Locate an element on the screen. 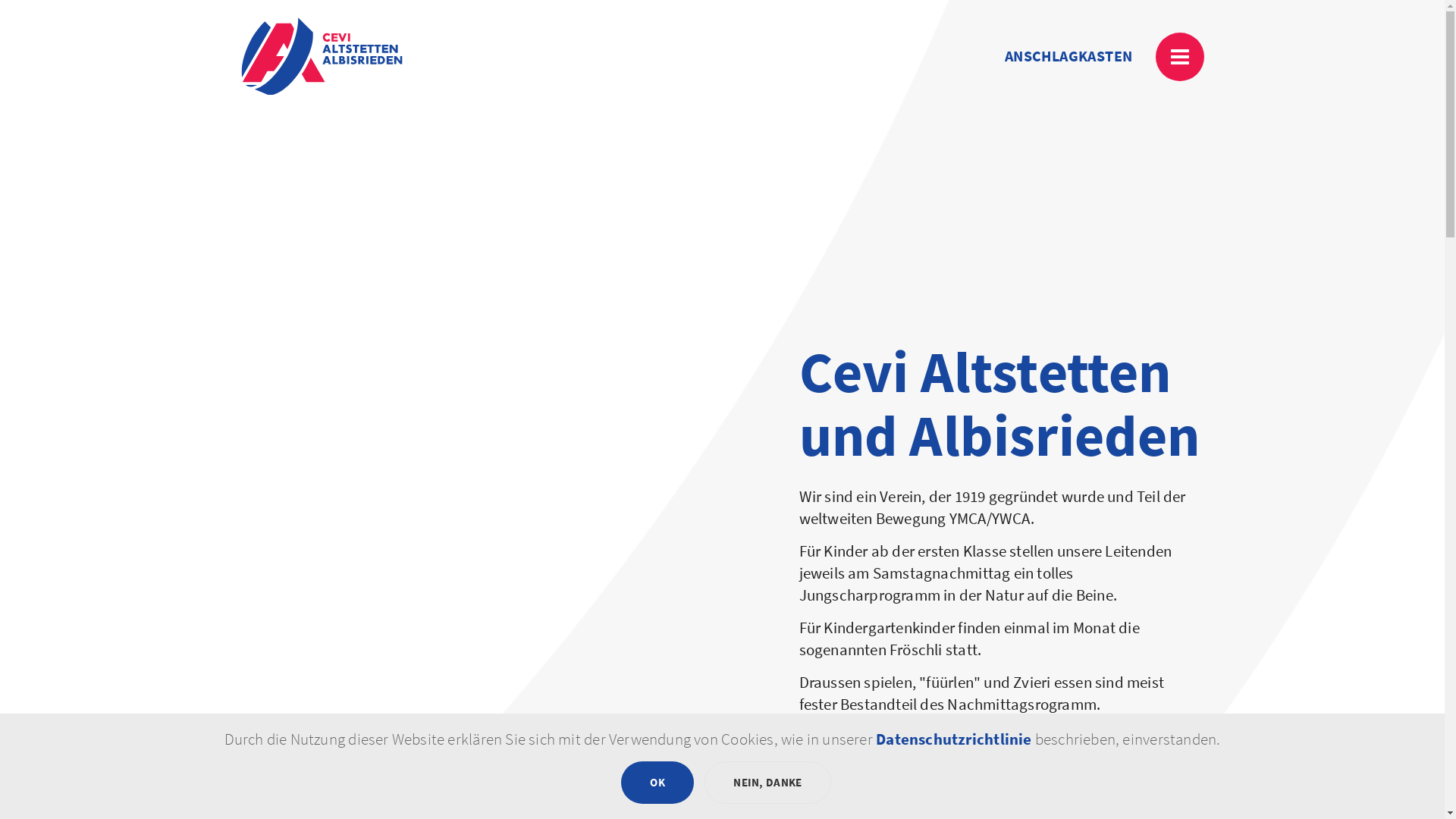 This screenshot has height=819, width=1456. 'NEIN, DANKE' is located at coordinates (767, 783).